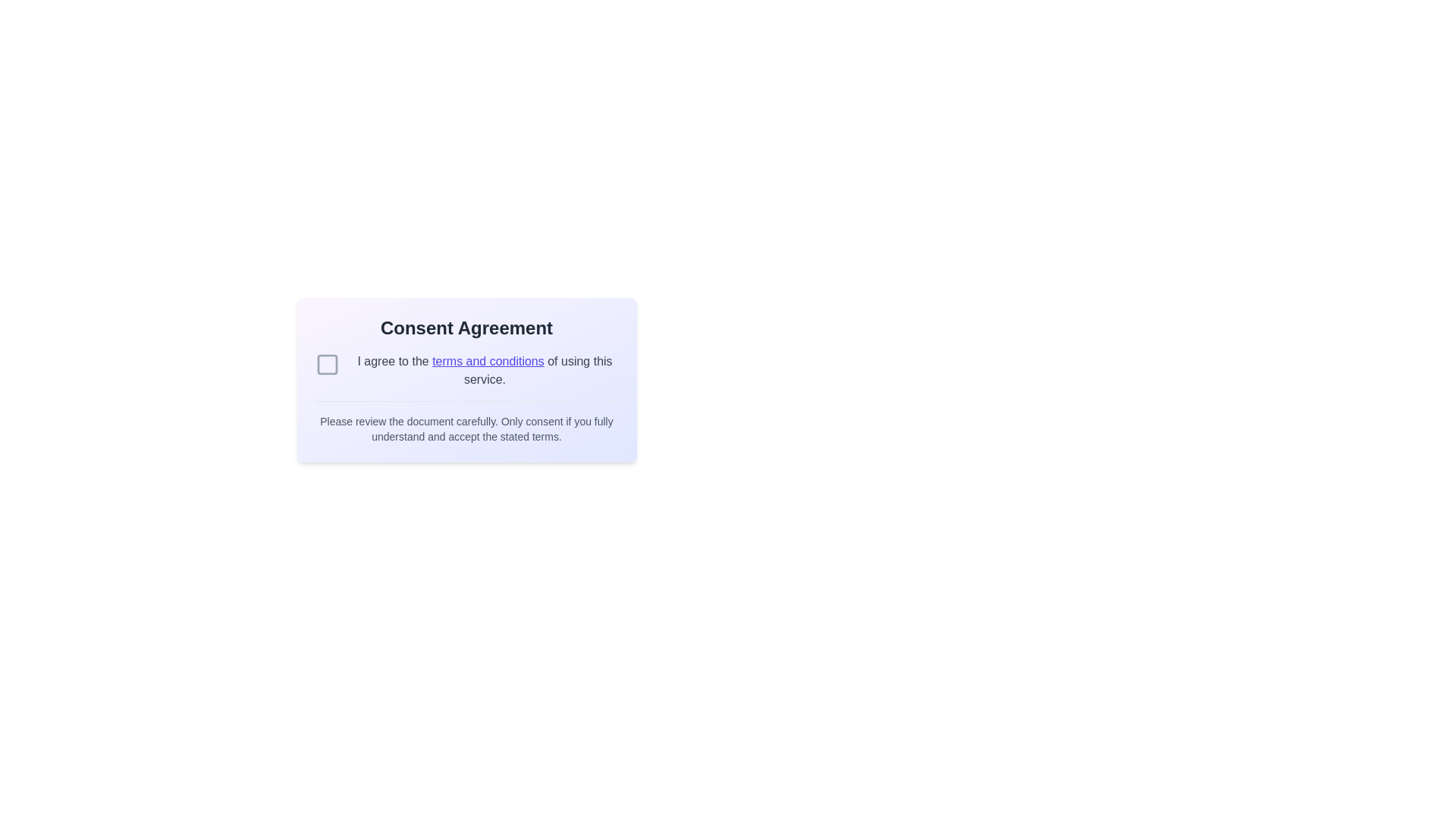  Describe the element at coordinates (326, 365) in the screenshot. I see `the checkbox for agreeing to terms and conditions, which is a square with rounded corners and an unfilled icon beside the text label` at that location.